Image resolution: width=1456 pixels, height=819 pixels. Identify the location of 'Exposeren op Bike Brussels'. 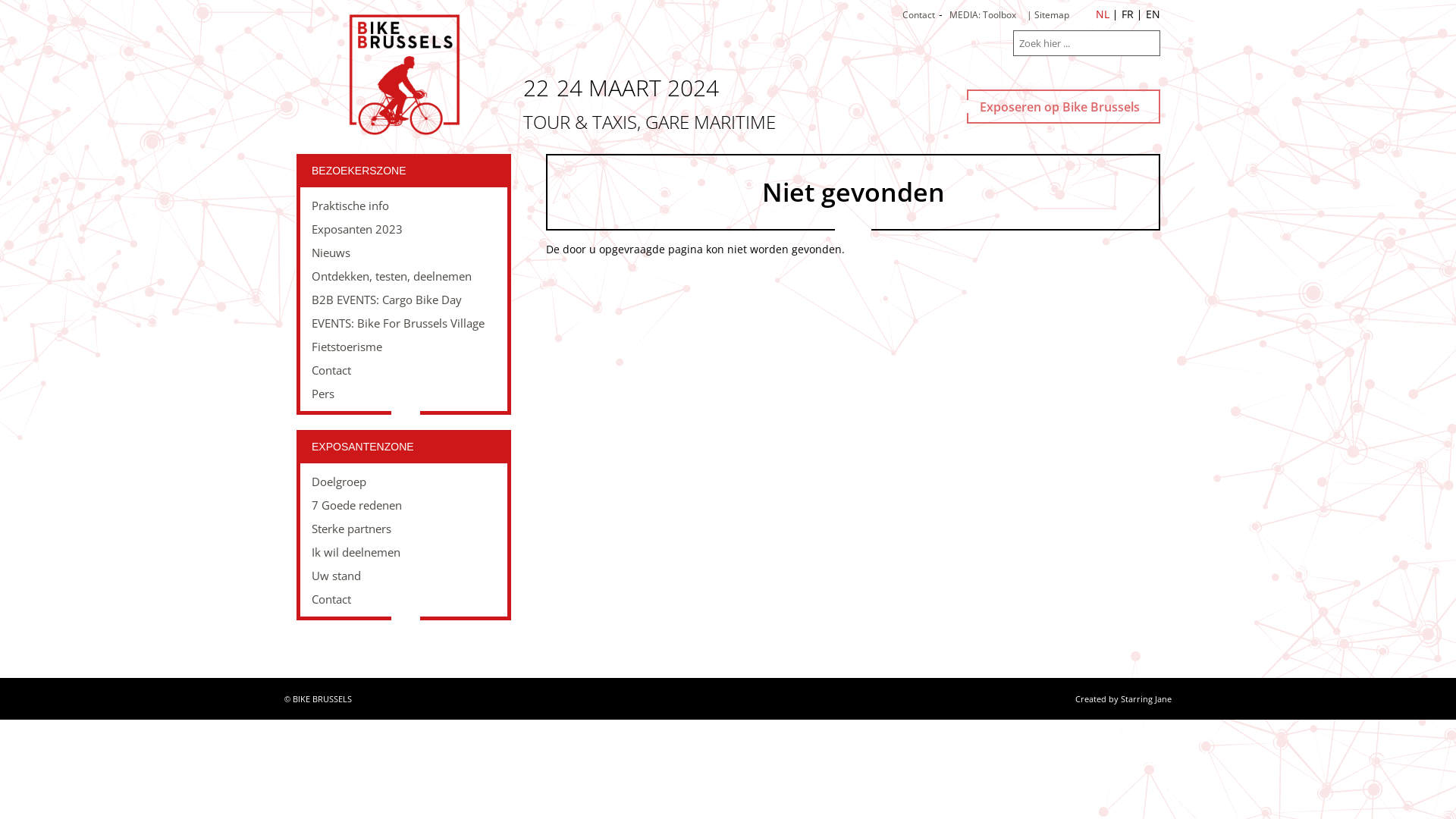
(1062, 105).